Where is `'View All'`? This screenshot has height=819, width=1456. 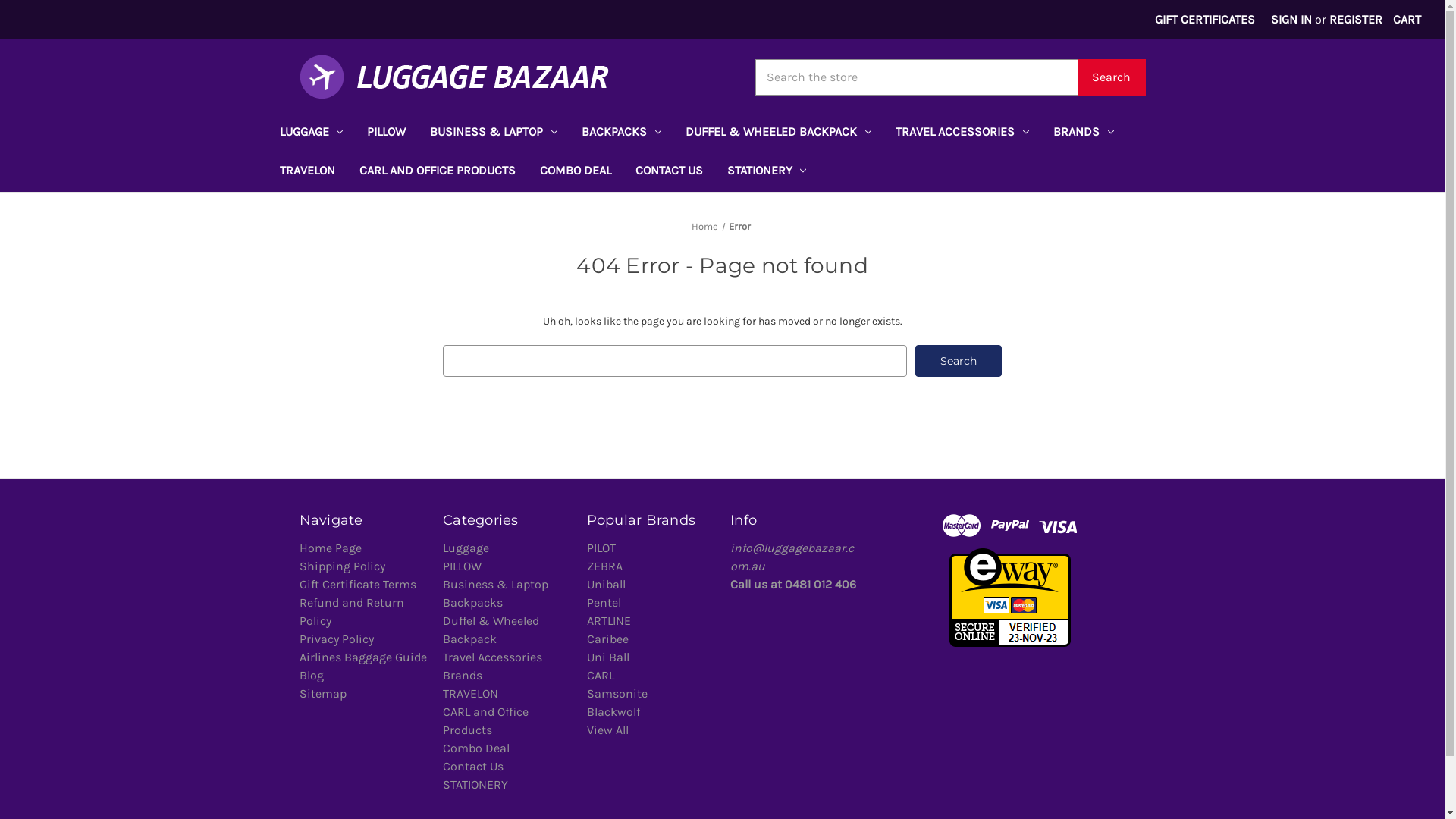 'View All' is located at coordinates (607, 729).